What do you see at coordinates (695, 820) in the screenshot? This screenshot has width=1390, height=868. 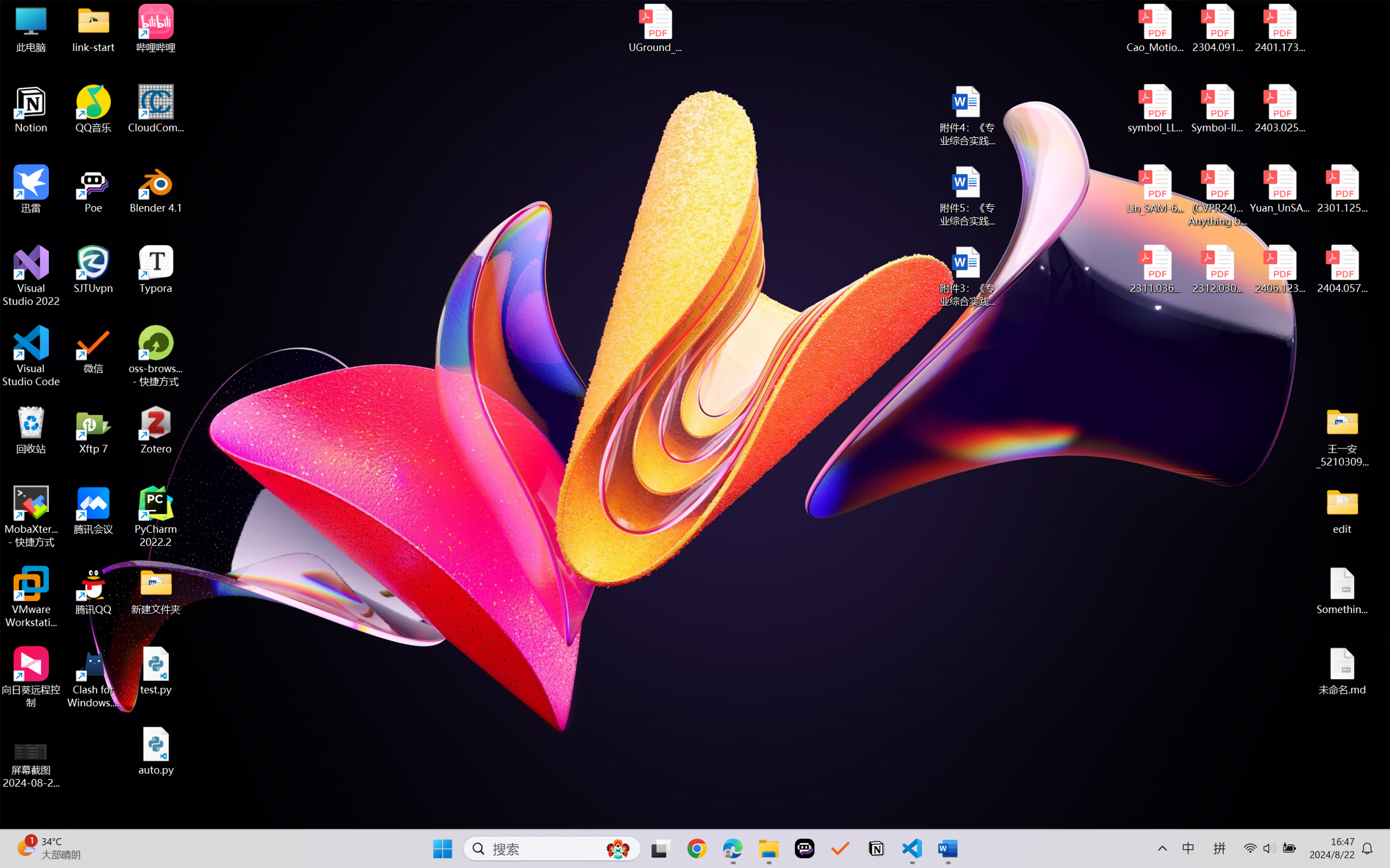 I see `'Class: MsoCommandBar'` at bounding box center [695, 820].